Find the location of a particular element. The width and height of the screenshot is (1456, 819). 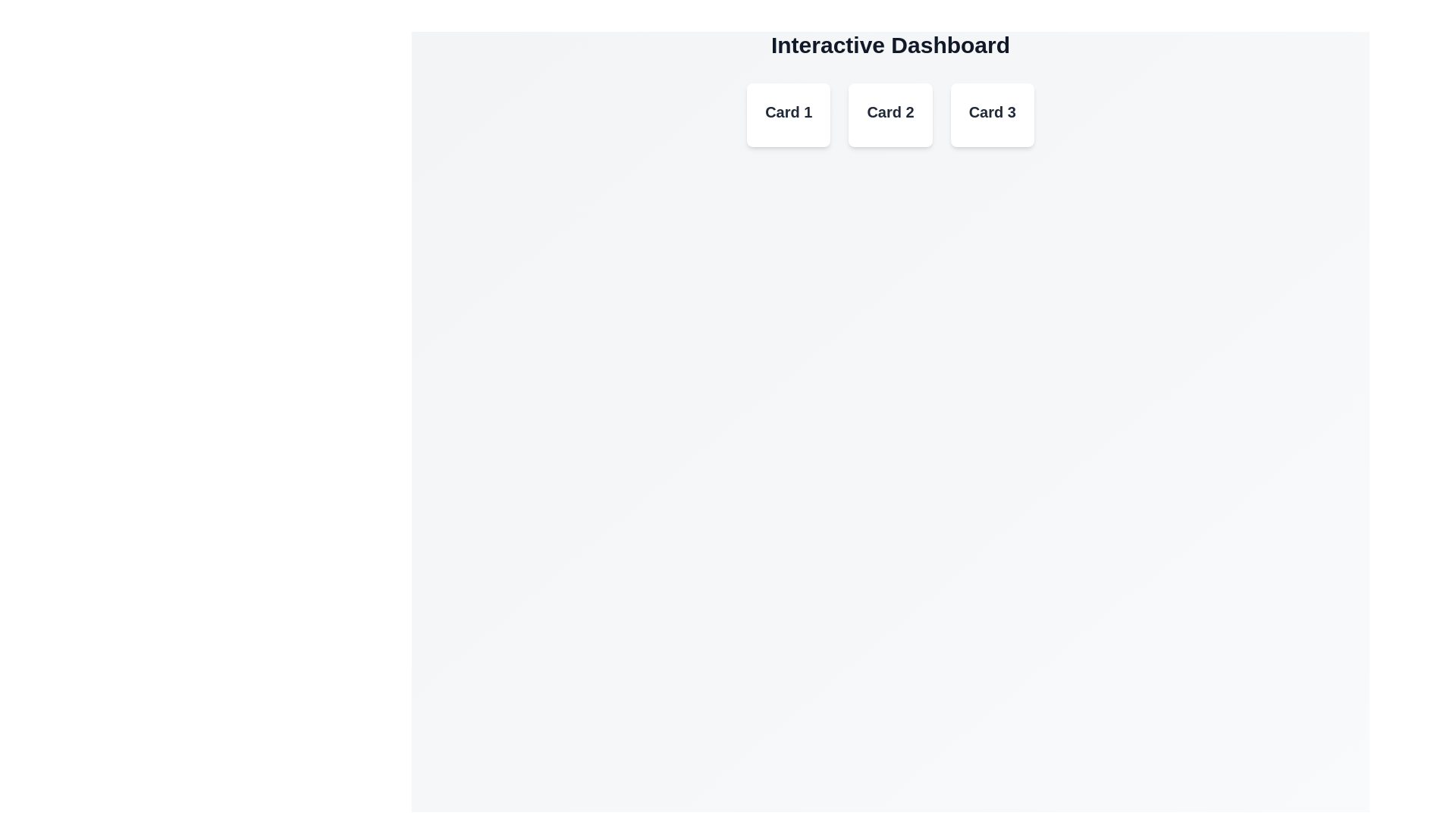

the static text label that identifies the card by name, centrally located within the white card, which is the second card in a row of three cards below the 'Interactive Dashboard' heading is located at coordinates (890, 111).